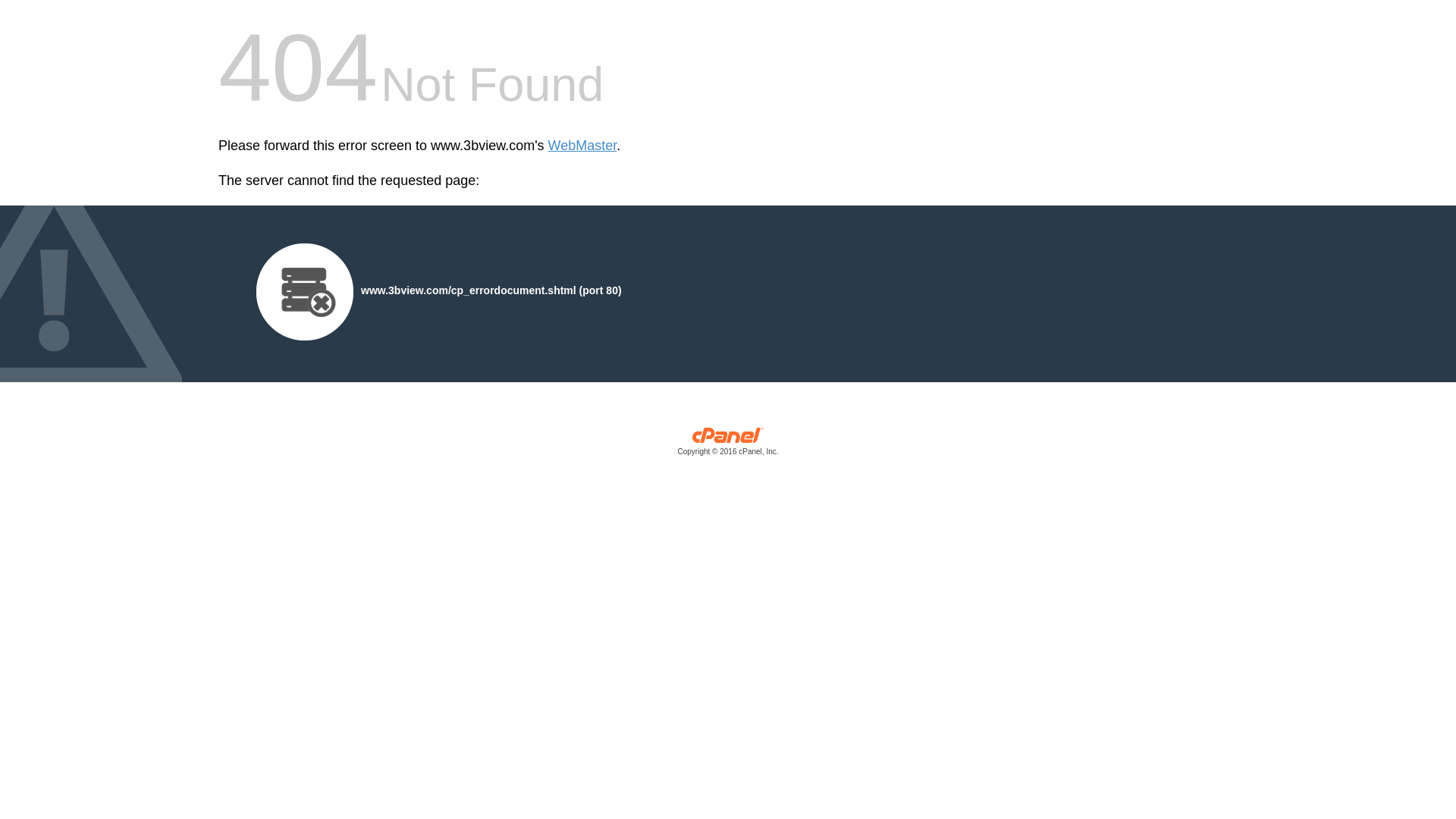  I want to click on 'WebMaster', so click(582, 146).